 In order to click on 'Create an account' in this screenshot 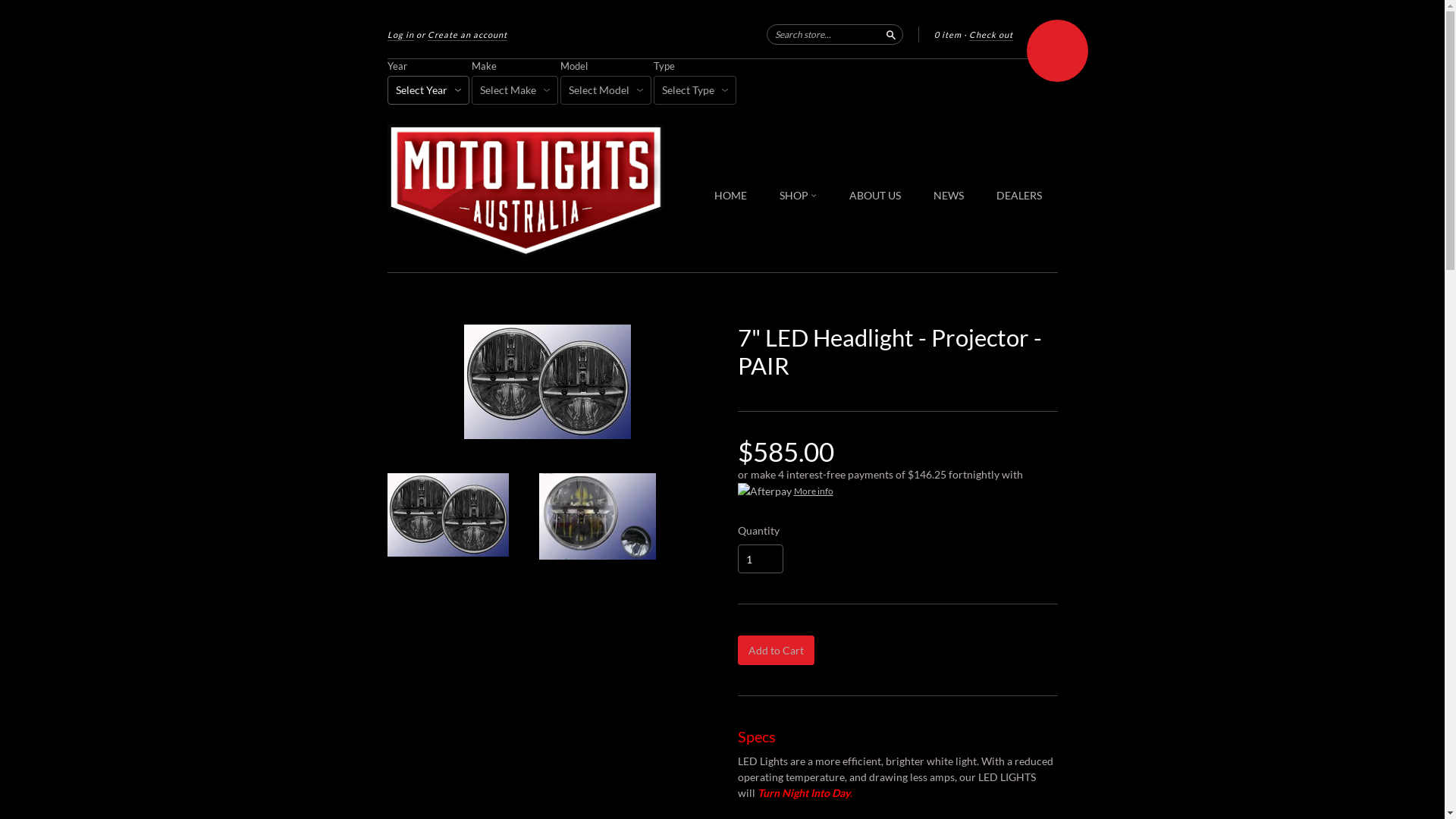, I will do `click(466, 34)`.